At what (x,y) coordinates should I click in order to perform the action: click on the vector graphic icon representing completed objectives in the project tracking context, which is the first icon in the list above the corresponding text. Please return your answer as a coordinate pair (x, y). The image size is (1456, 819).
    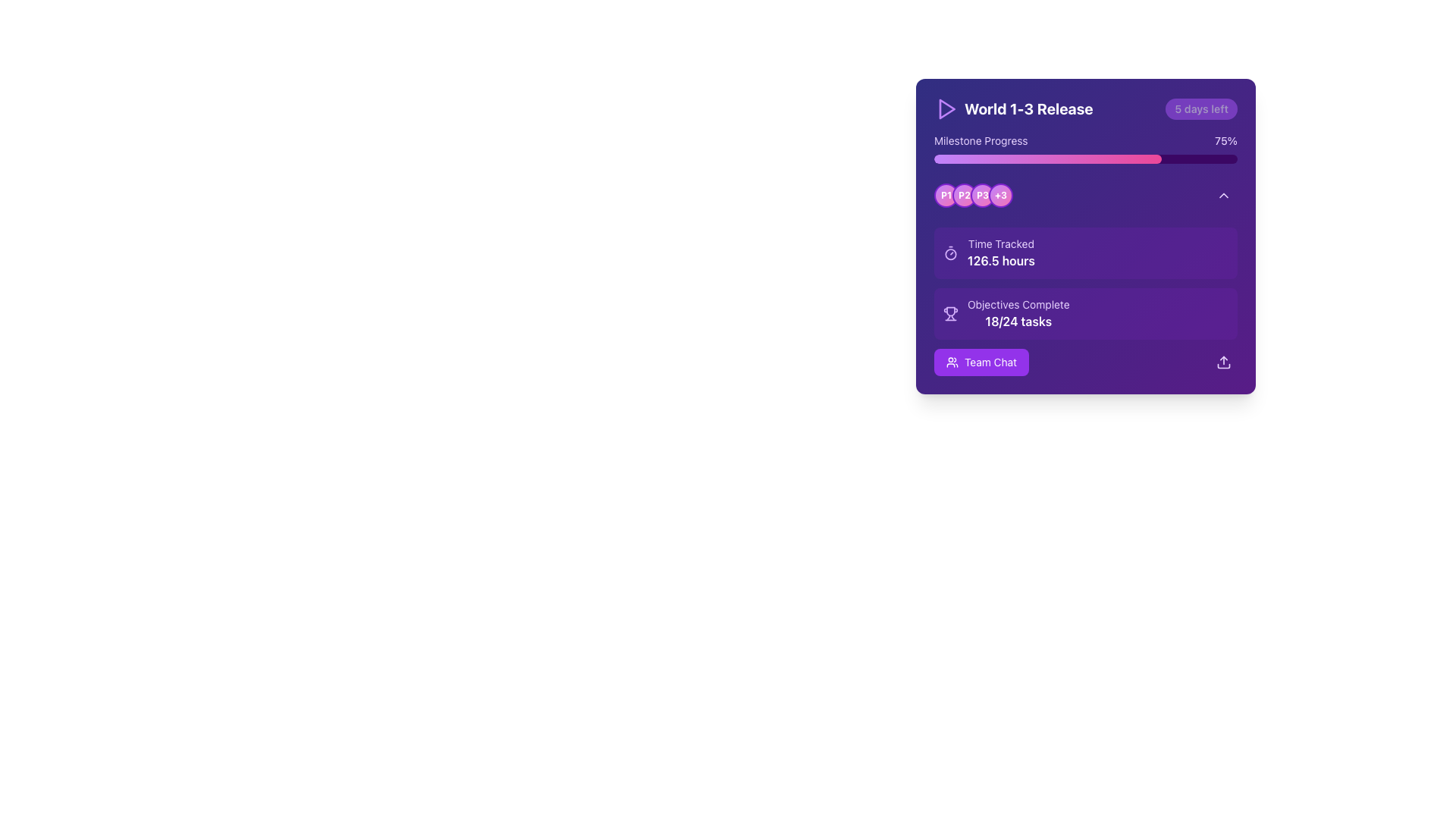
    Looking at the image, I should click on (949, 311).